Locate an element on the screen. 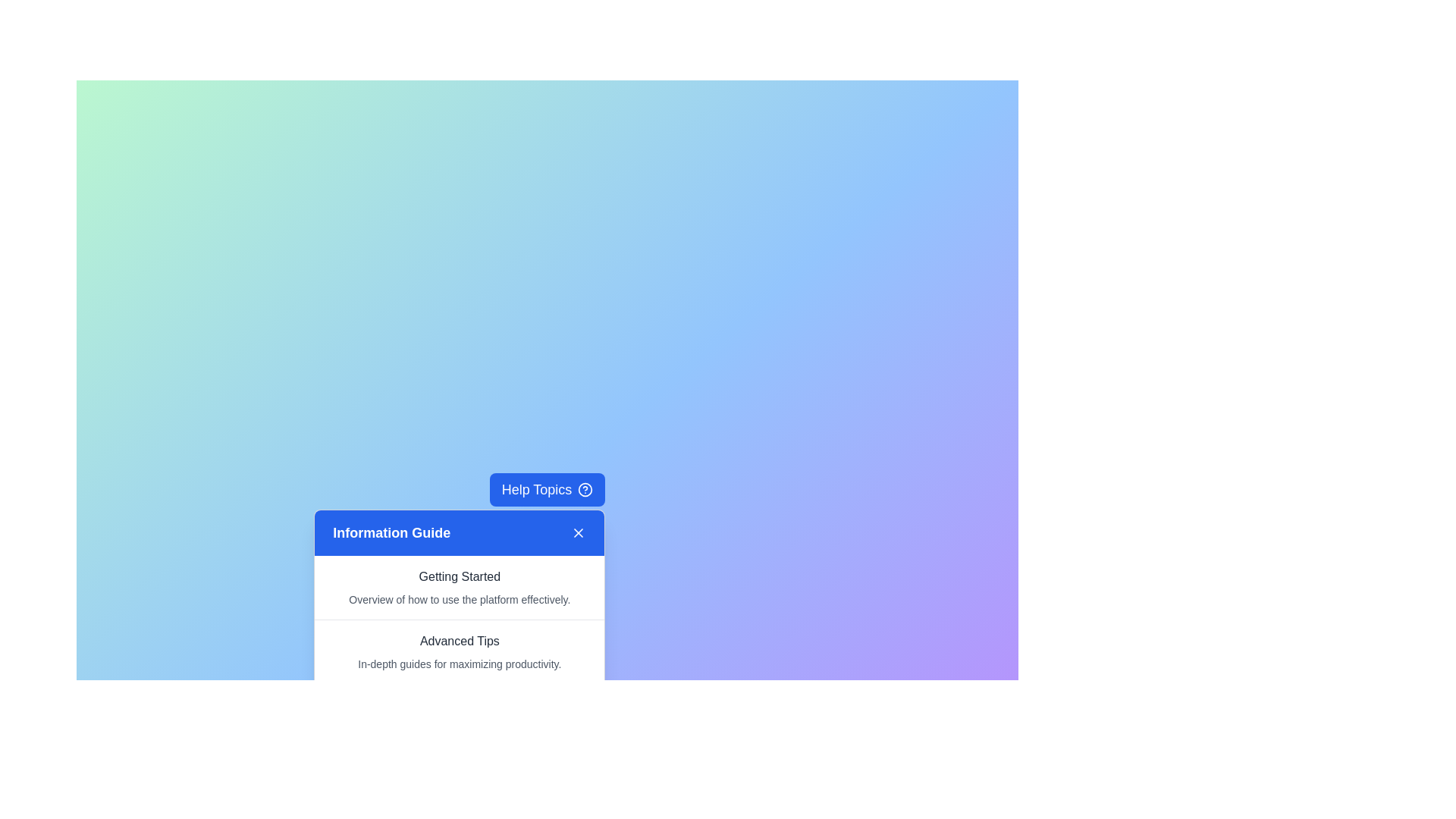  text from the informational section titled 'Getting Started', which is the first item under the 'Information Guide' header is located at coordinates (459, 587).